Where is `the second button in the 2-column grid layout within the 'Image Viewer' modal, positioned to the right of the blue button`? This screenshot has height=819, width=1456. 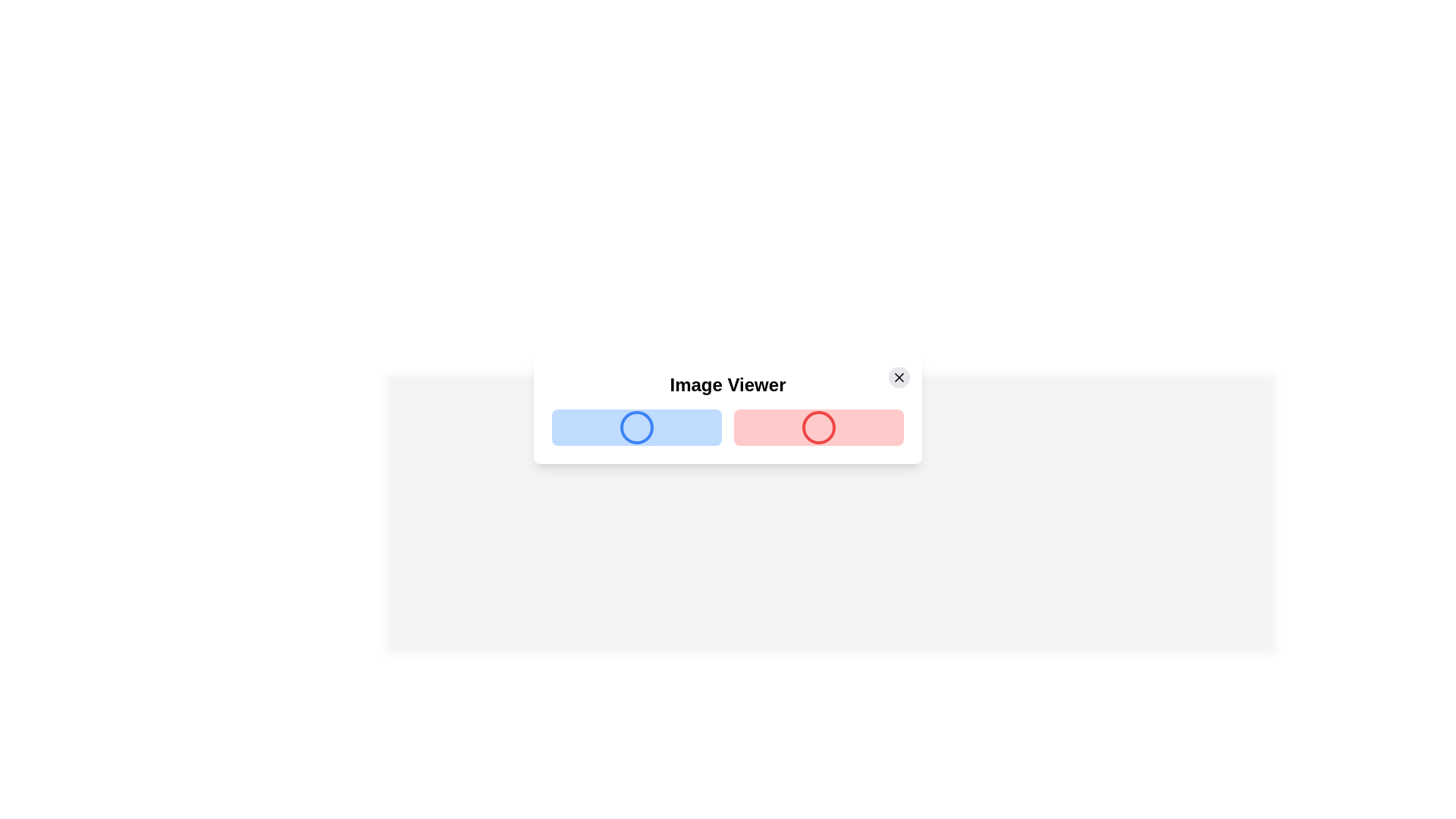 the second button in the 2-column grid layout within the 'Image Viewer' modal, positioned to the right of the blue button is located at coordinates (818, 427).